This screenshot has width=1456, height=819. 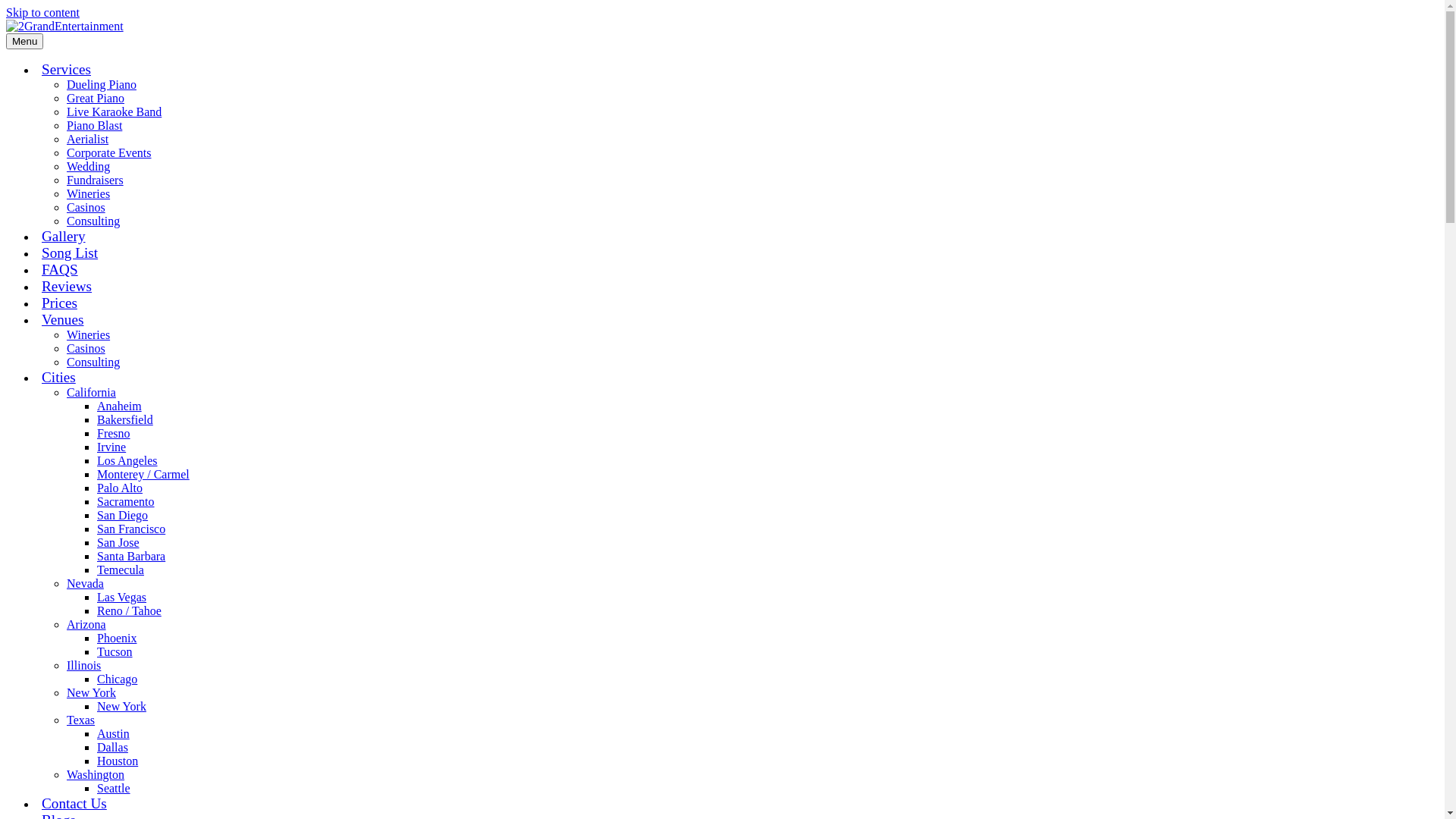 I want to click on 'New York', so click(x=121, y=706).